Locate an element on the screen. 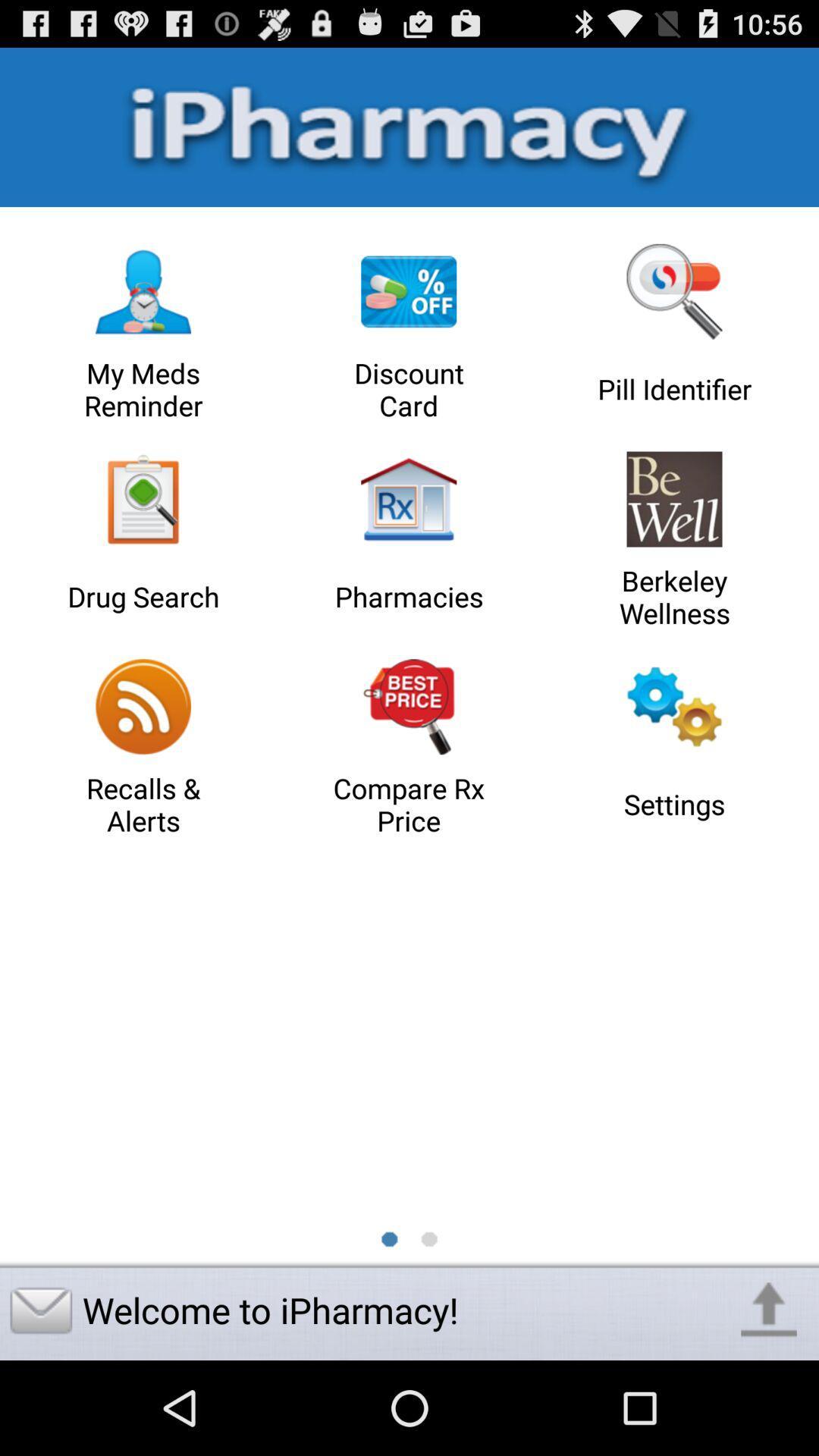 Image resolution: width=819 pixels, height=1456 pixels. item to the right of welcome to ipharmacy! icon is located at coordinates (769, 1310).